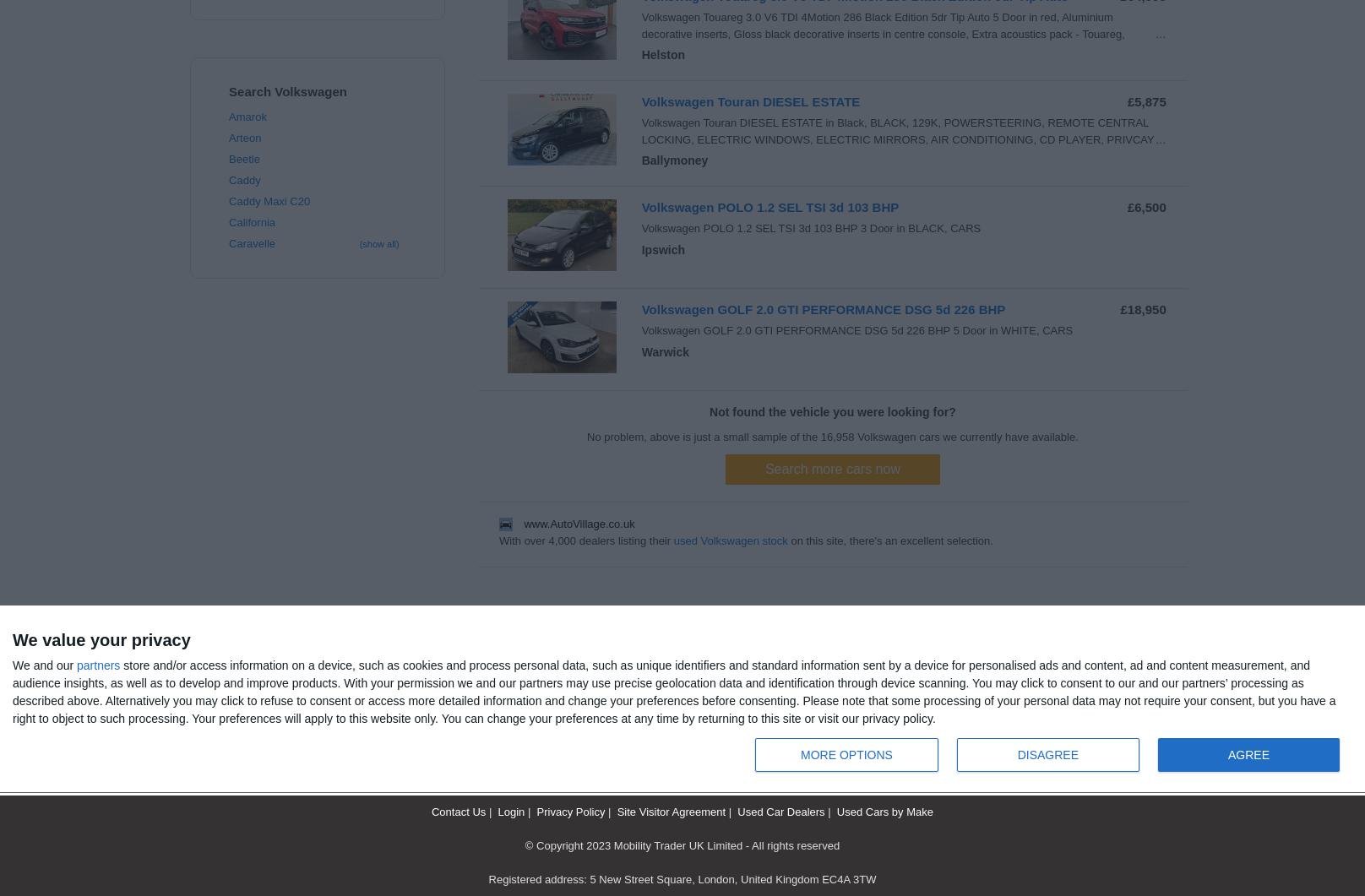  What do you see at coordinates (524, 523) in the screenshot?
I see `'www.AutoVillage.co.uk'` at bounding box center [524, 523].